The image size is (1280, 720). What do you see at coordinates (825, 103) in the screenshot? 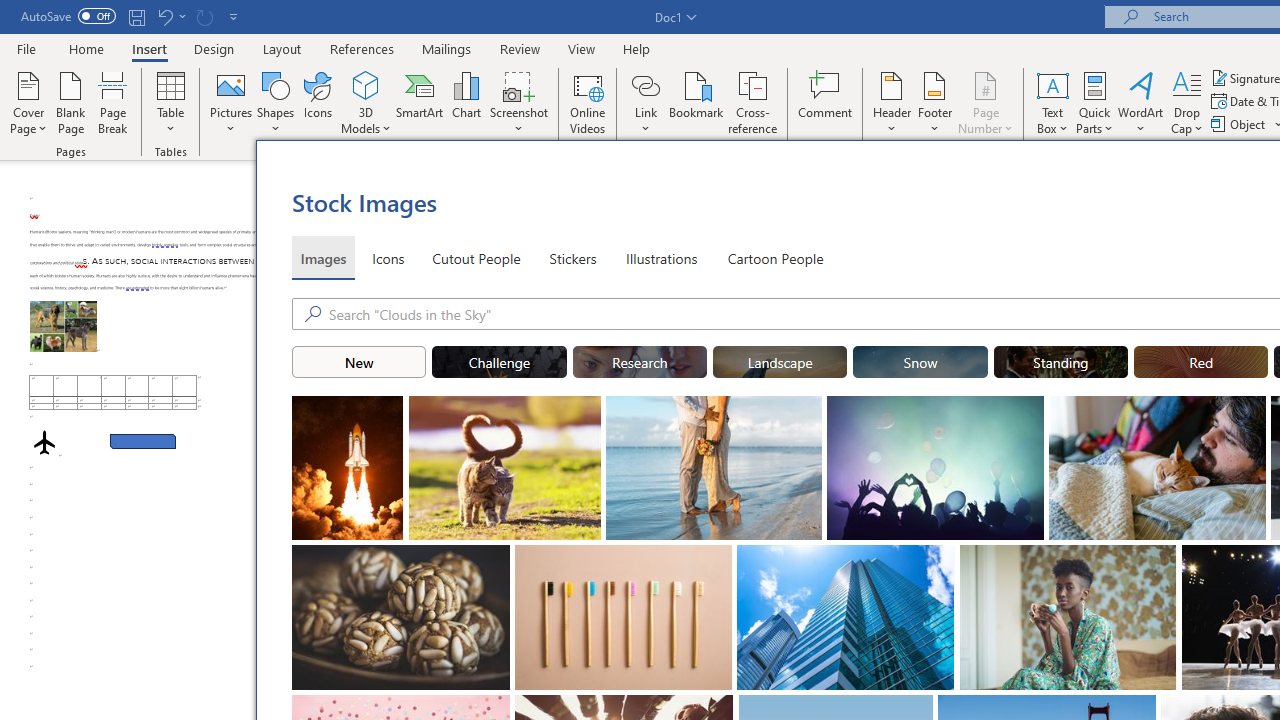
I see `'Comment'` at bounding box center [825, 103].